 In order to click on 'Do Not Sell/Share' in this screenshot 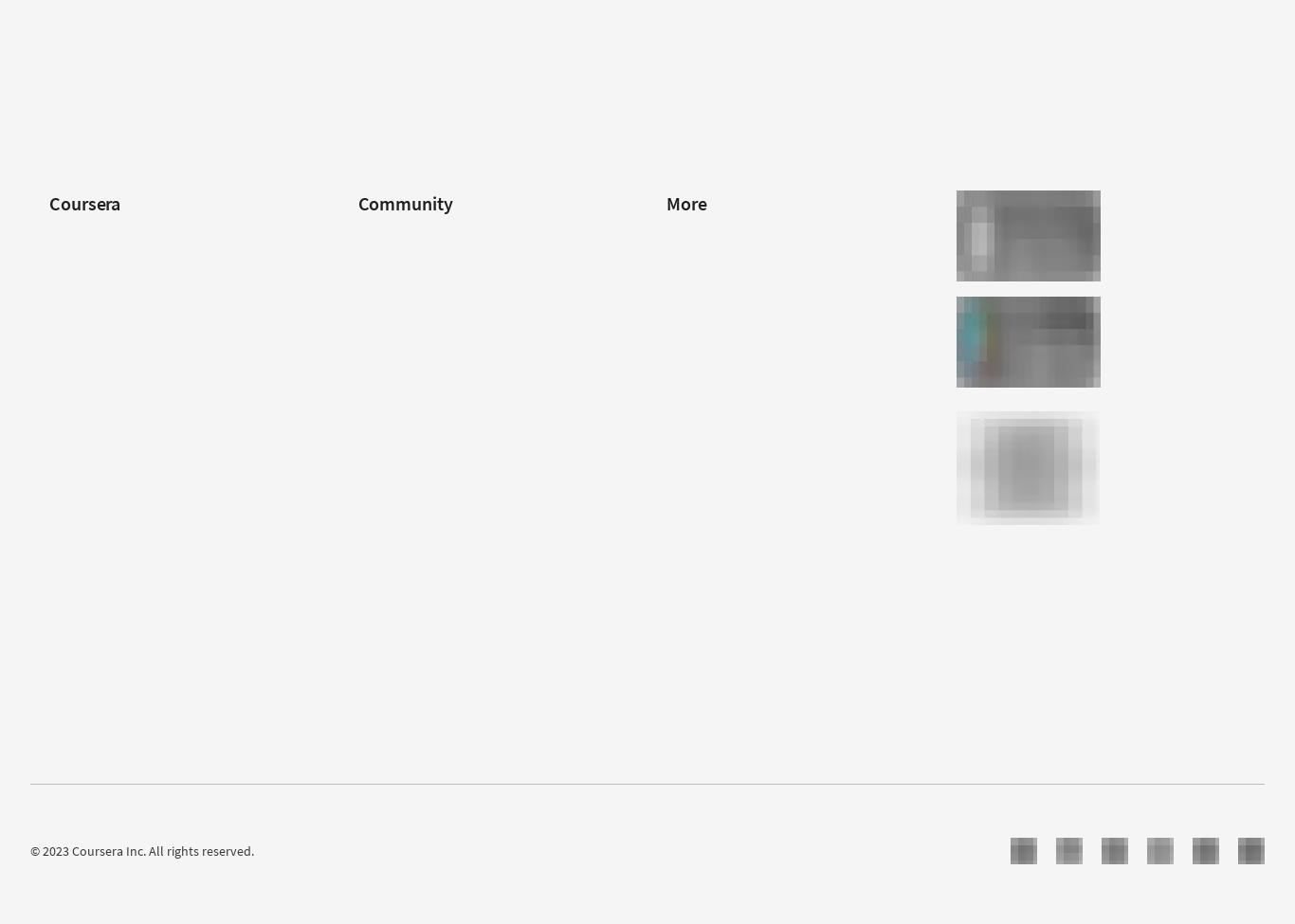, I will do `click(716, 549)`.